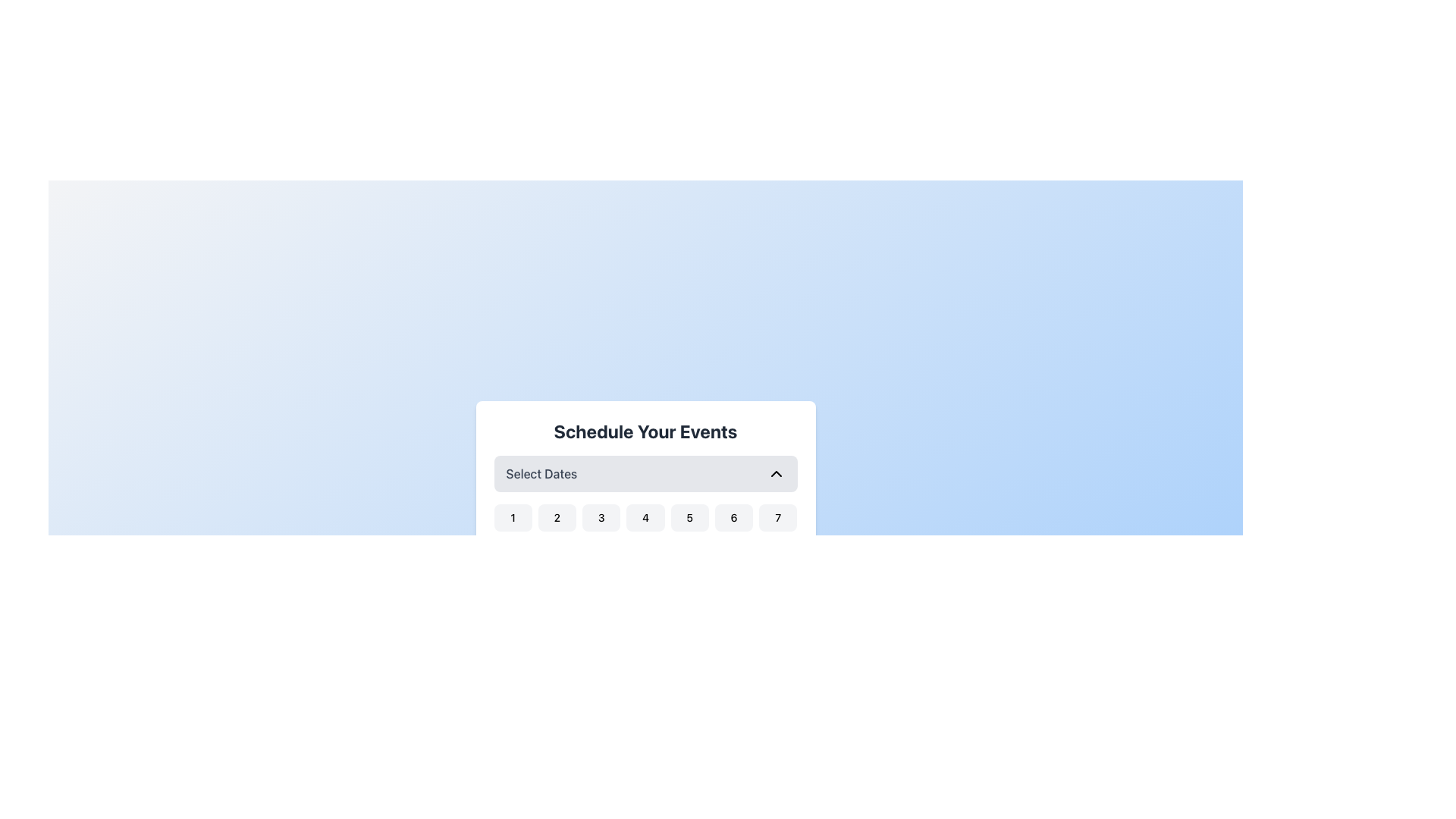  I want to click on the button labeled '3', so click(601, 517).